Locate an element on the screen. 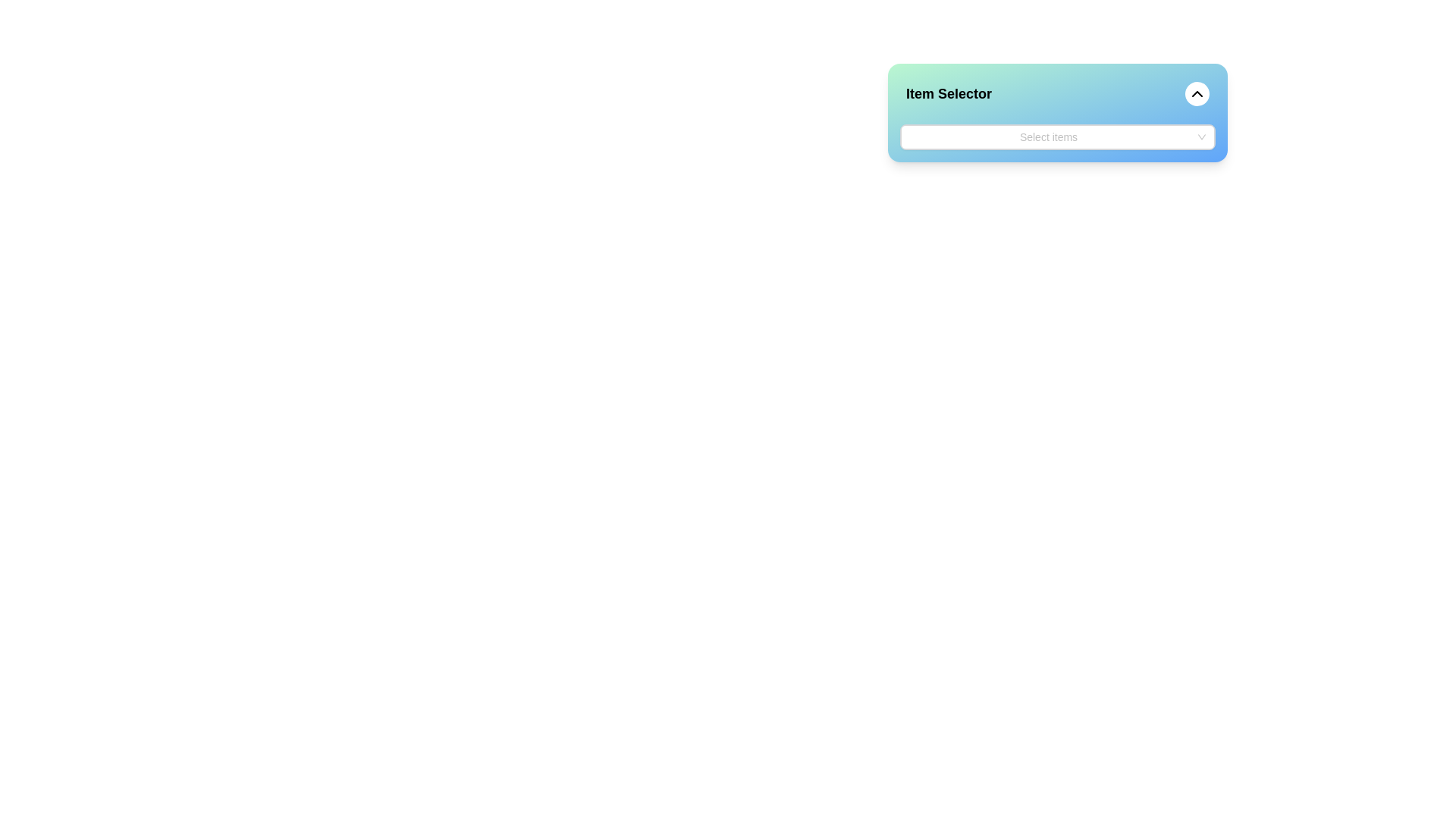 The height and width of the screenshot is (819, 1456). the dropdown menu's placeholder text to focus it, which is located at the center of the dropdown field component below the label 'Item Selector' is located at coordinates (1047, 137).